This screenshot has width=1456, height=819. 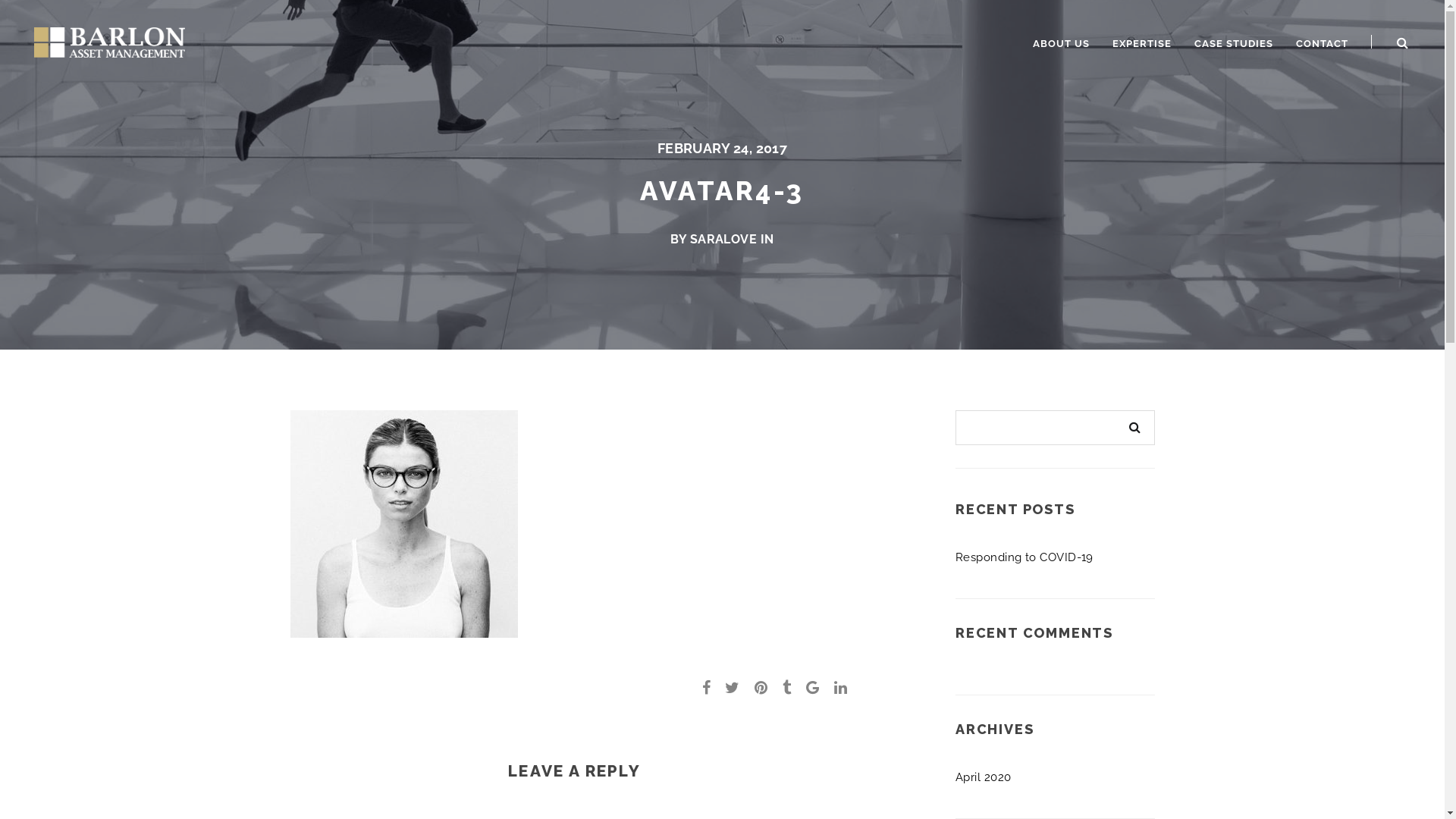 I want to click on 'CONTACT', so click(x=1321, y=42).